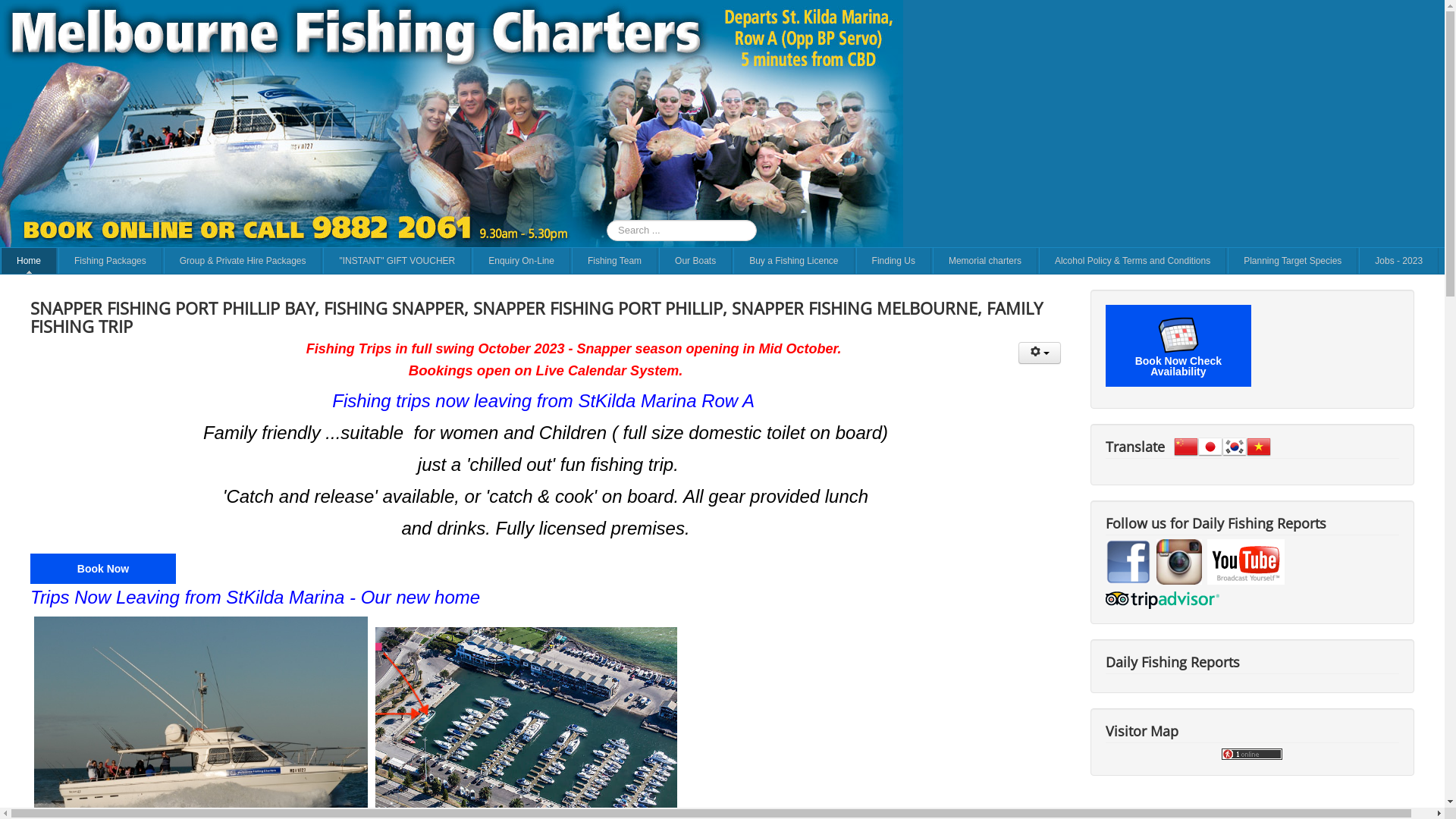  Describe the element at coordinates (1358, 259) in the screenshot. I see `'Jobs - 2023'` at that location.